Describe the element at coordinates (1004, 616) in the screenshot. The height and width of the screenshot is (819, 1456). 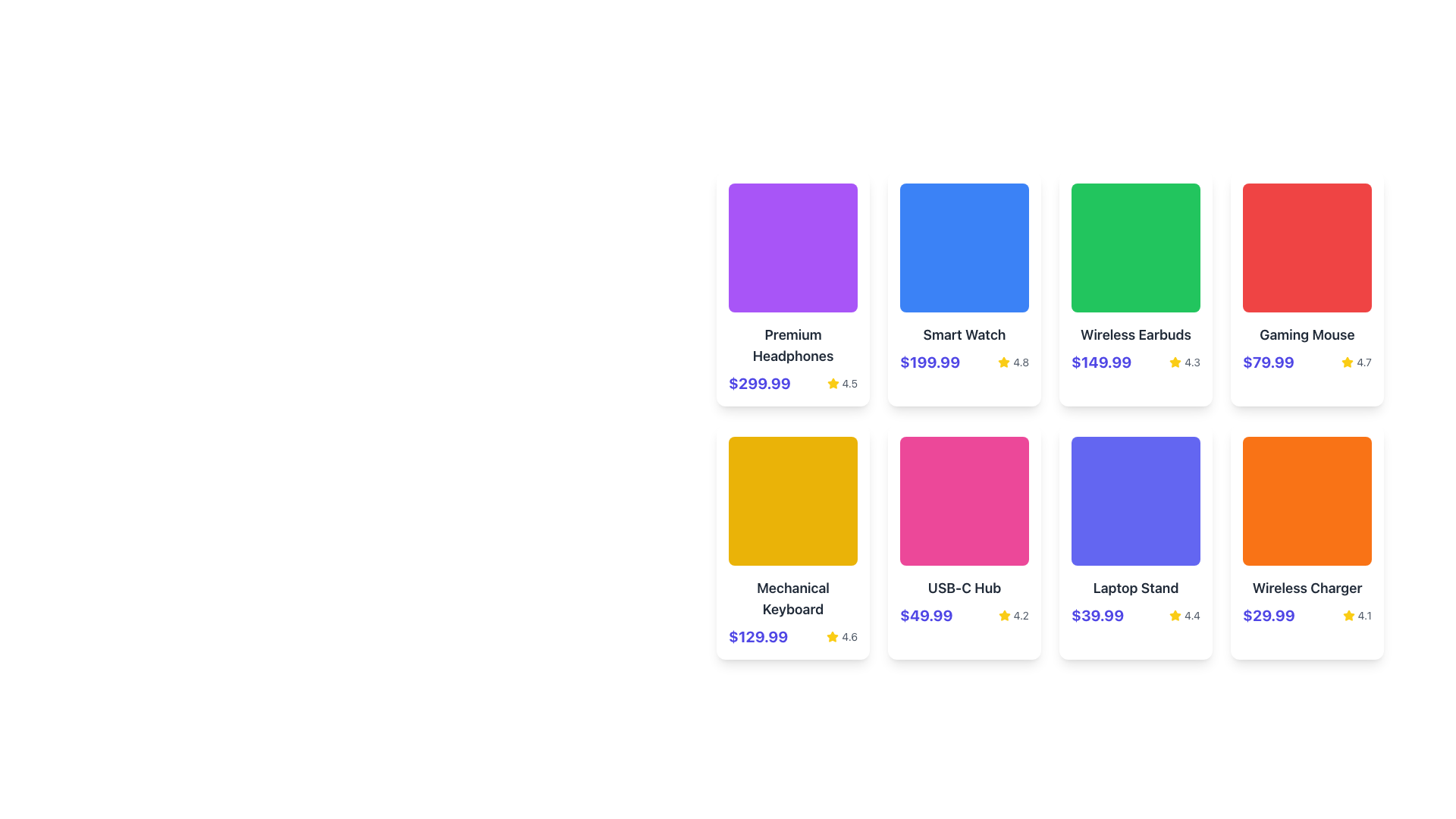
I see `the yellow filled star icon representing a rating system for the USB-C Hub, located in the second row, second column of the card grid layout` at that location.